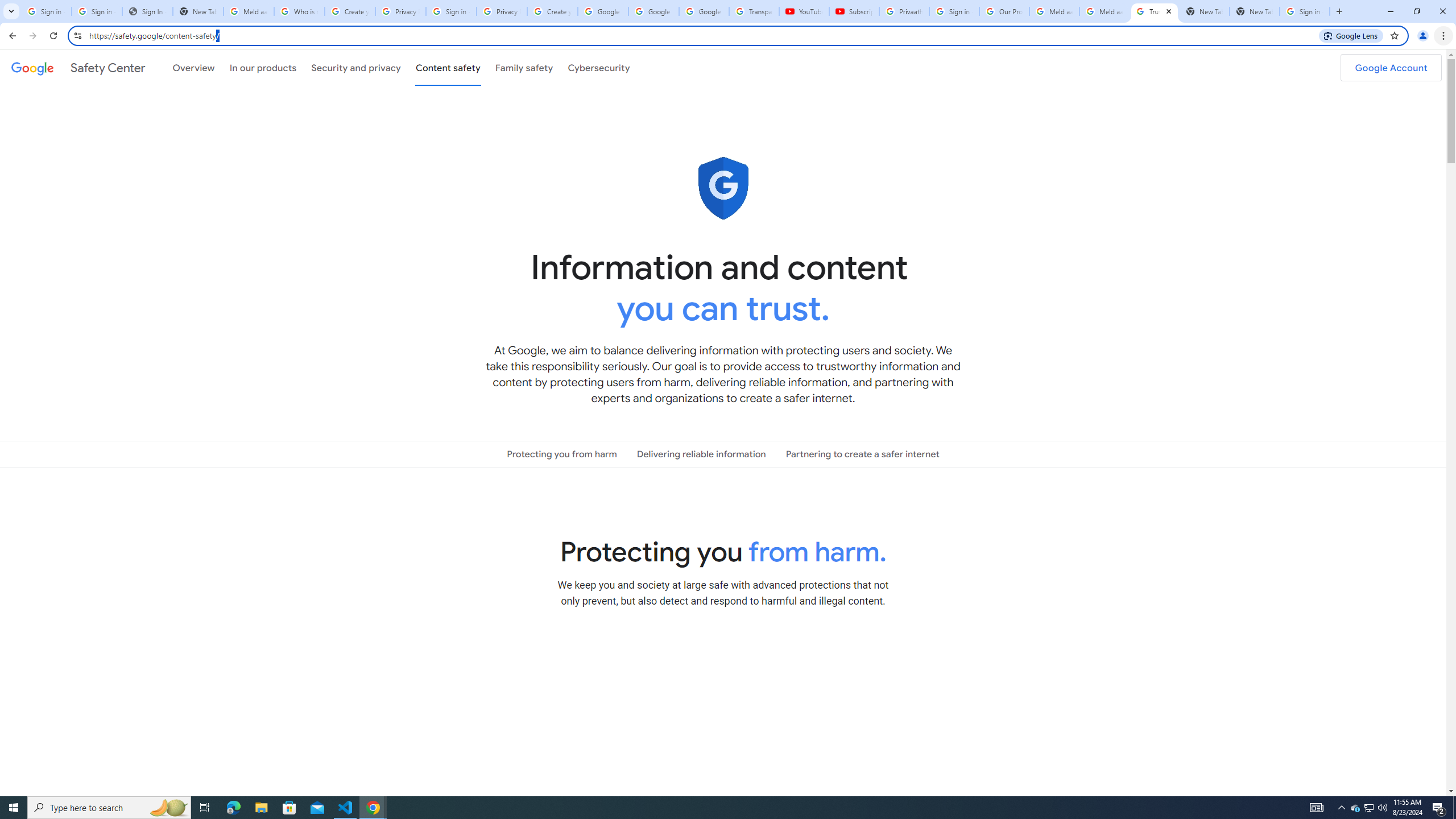 Image resolution: width=1456 pixels, height=819 pixels. What do you see at coordinates (862, 454) in the screenshot?
I see `'Partnering to create a safer internet'` at bounding box center [862, 454].